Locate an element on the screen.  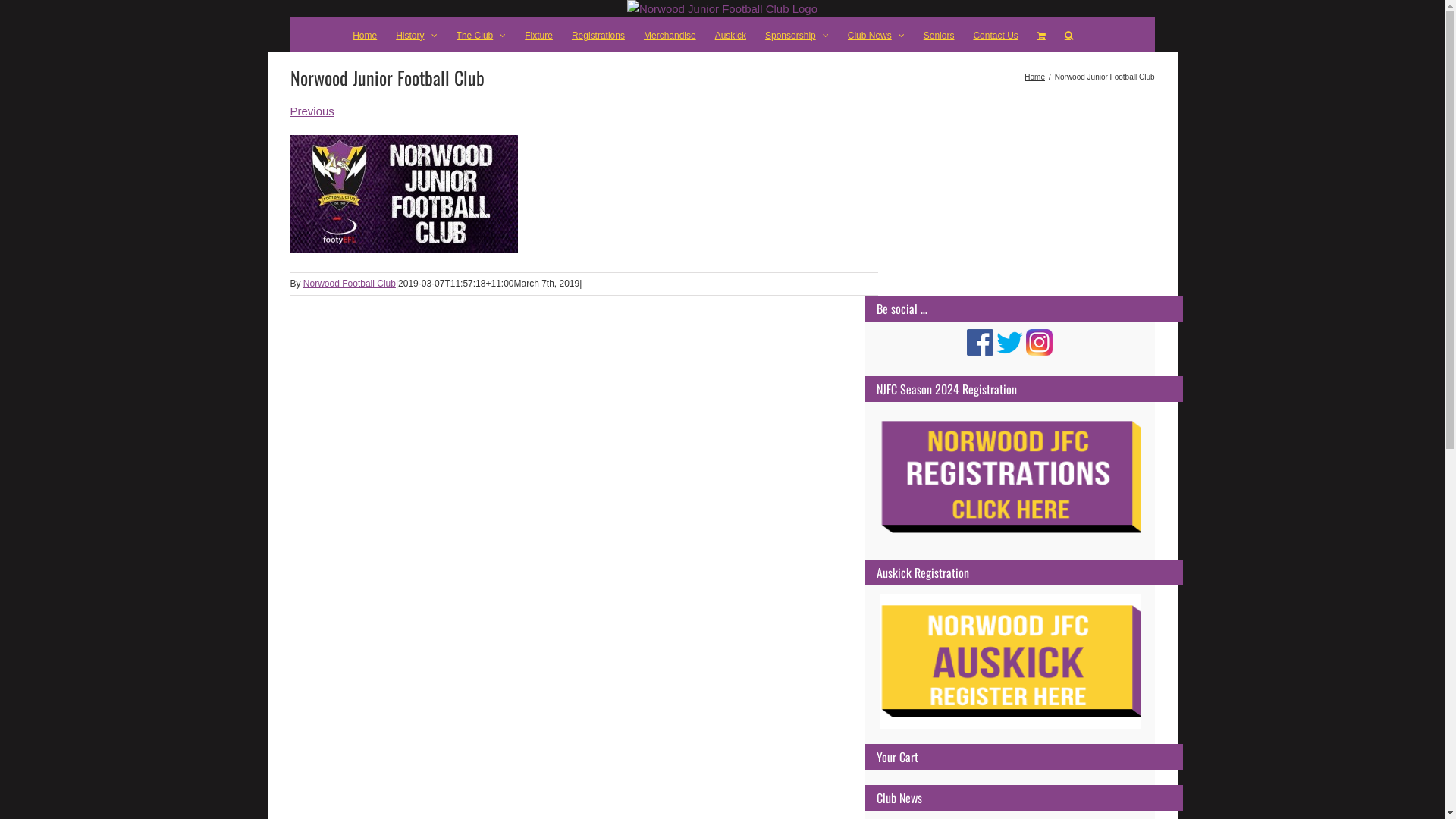
'History' is located at coordinates (416, 34).